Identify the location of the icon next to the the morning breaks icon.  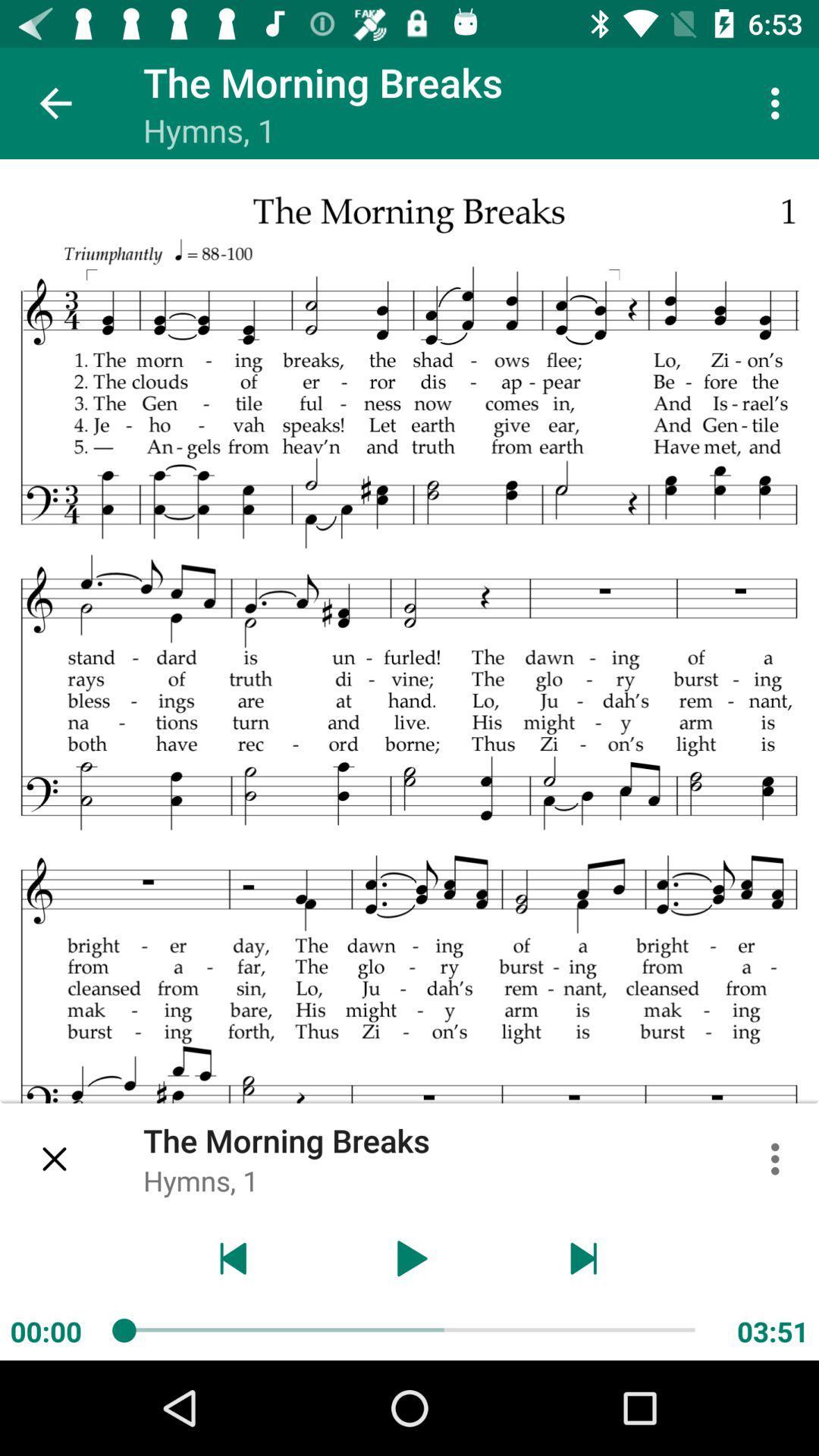
(55, 1158).